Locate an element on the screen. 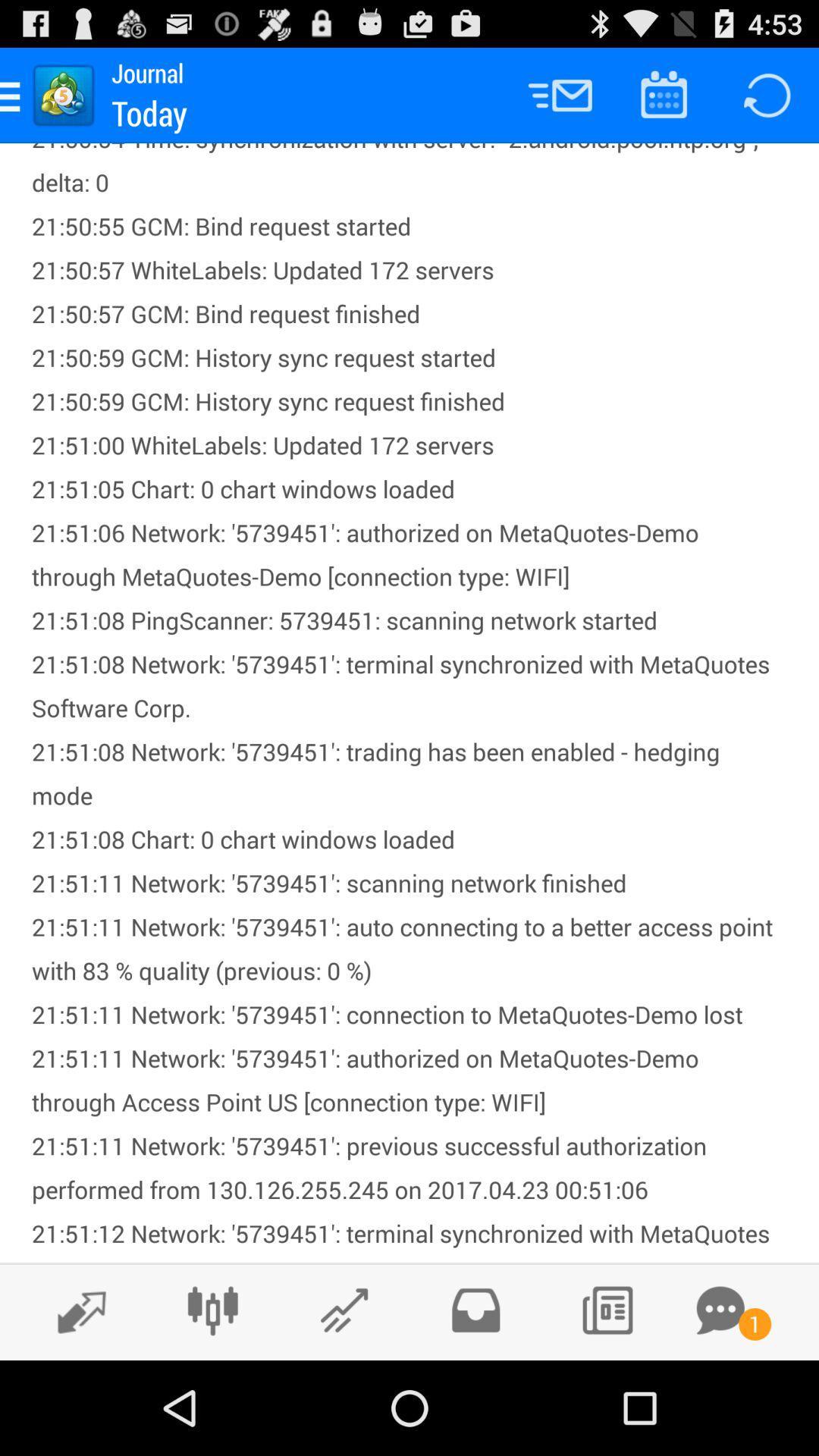 This screenshot has height=1456, width=819. the edit icon is located at coordinates (344, 1401).